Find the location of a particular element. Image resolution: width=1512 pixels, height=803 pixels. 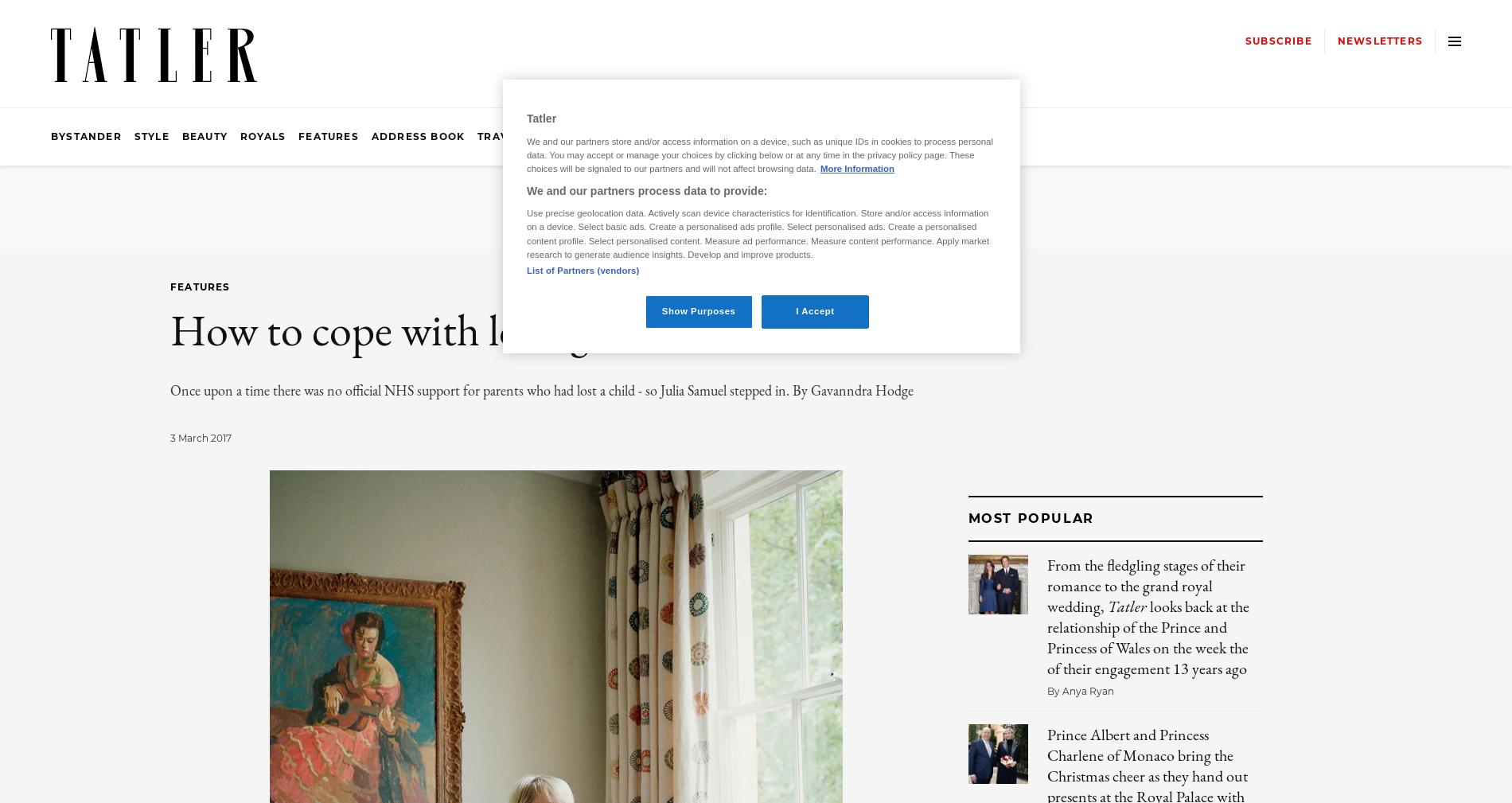

'Royals' is located at coordinates (262, 135).